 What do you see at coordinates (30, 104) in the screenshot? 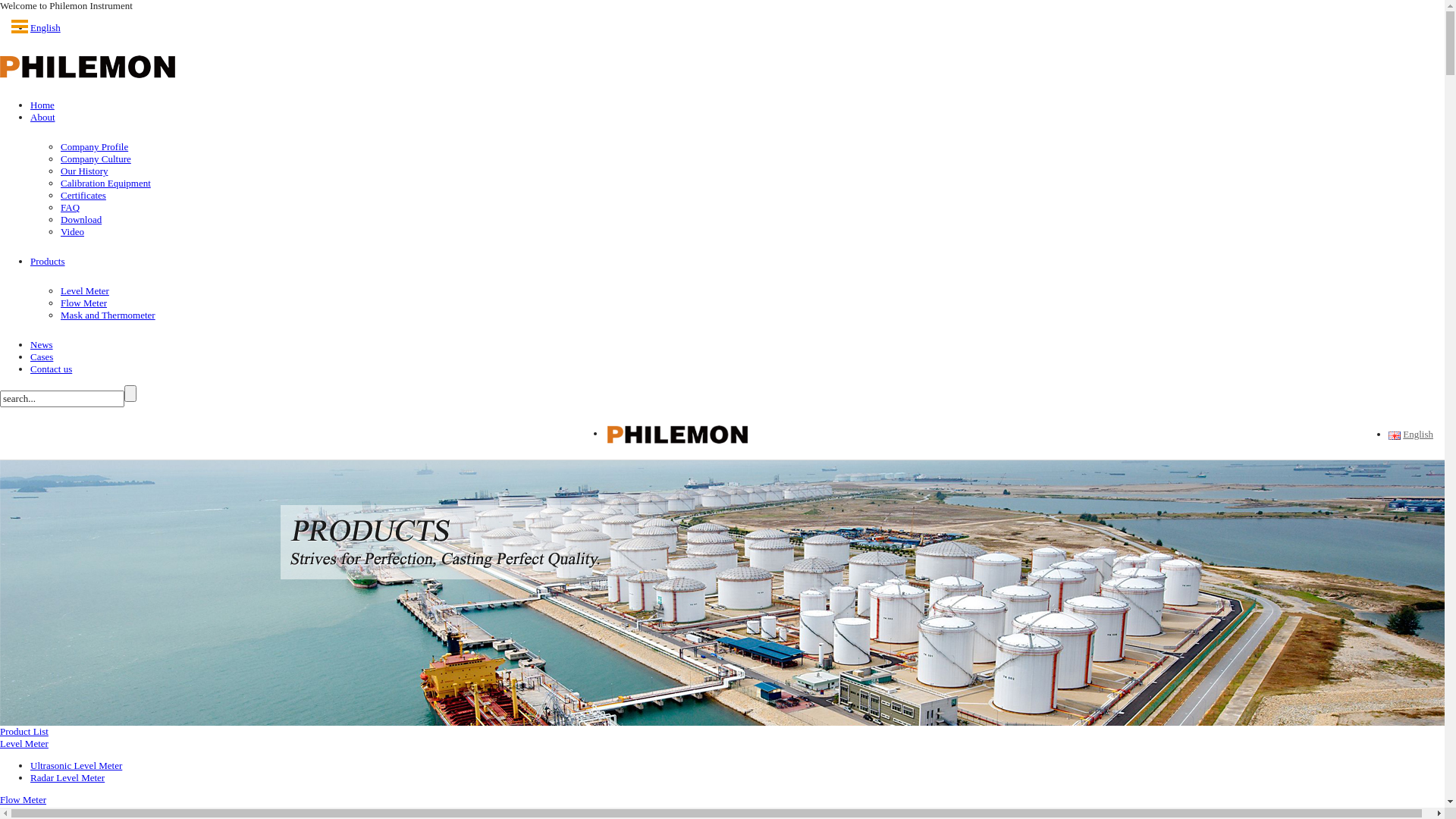
I see `'Home'` at bounding box center [30, 104].